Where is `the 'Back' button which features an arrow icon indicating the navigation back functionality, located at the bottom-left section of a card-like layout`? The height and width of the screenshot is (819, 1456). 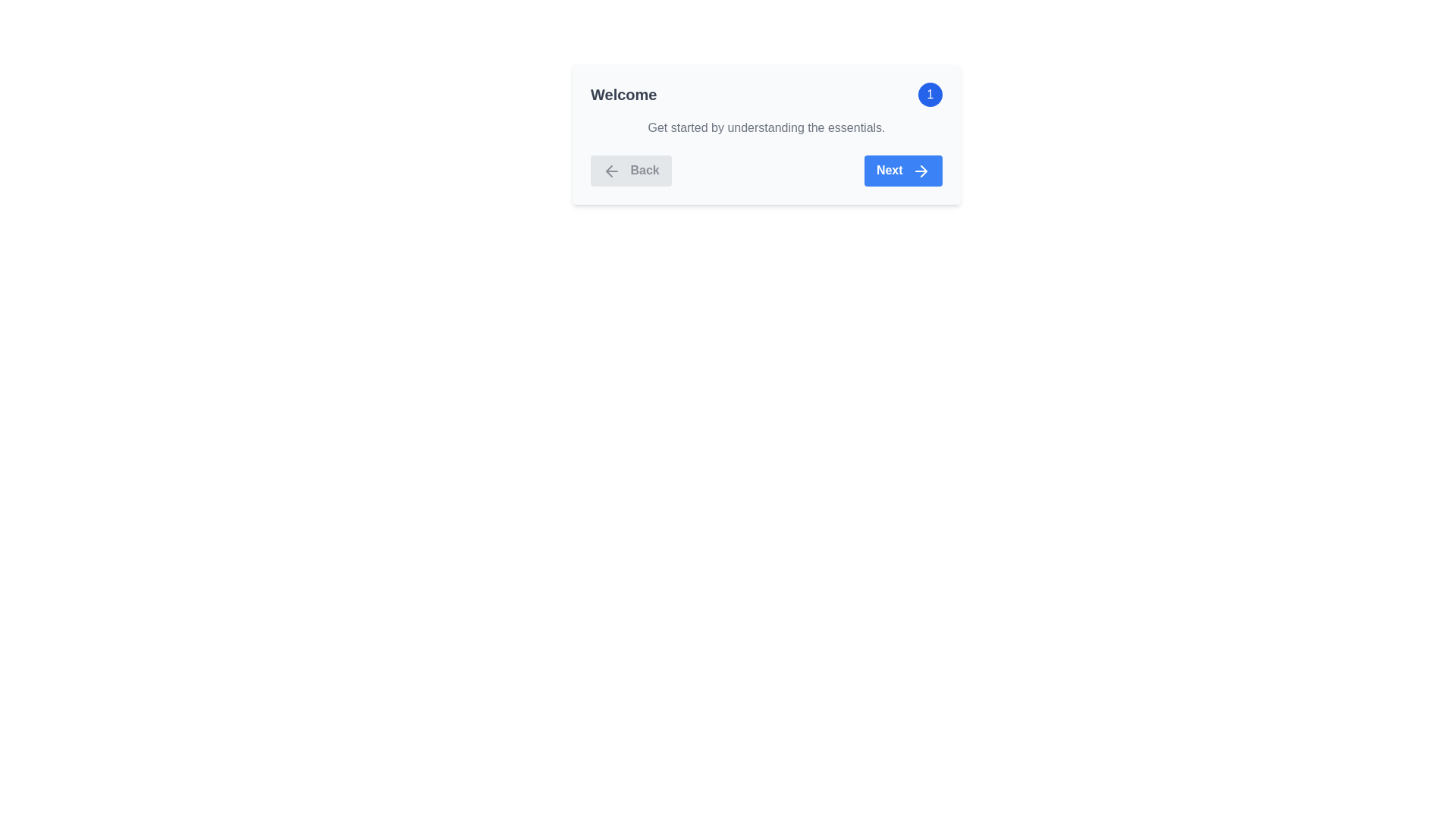 the 'Back' button which features an arrow icon indicating the navigation back functionality, located at the bottom-left section of a card-like layout is located at coordinates (611, 171).